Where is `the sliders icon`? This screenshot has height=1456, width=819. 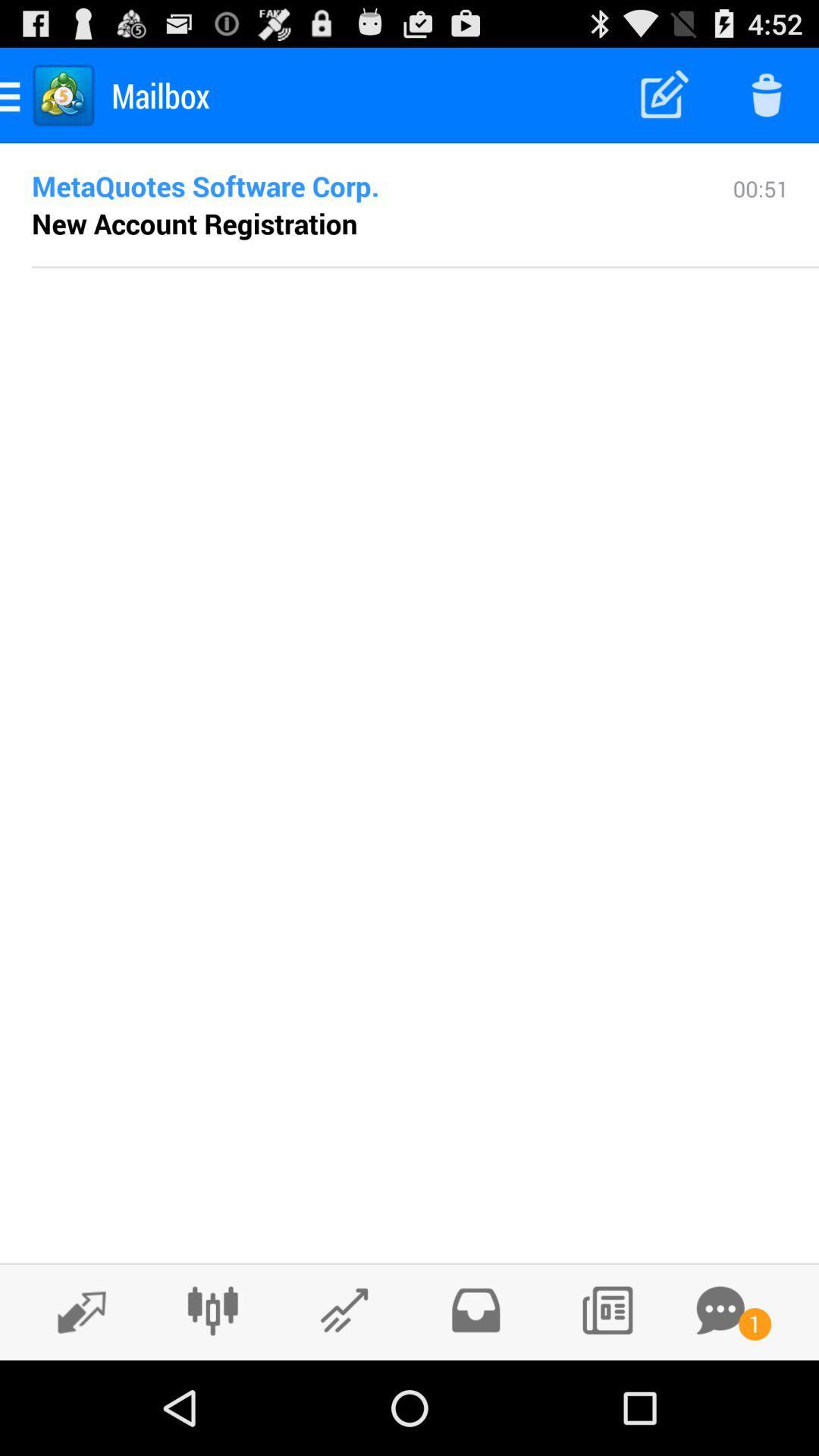 the sliders icon is located at coordinates (212, 1401).